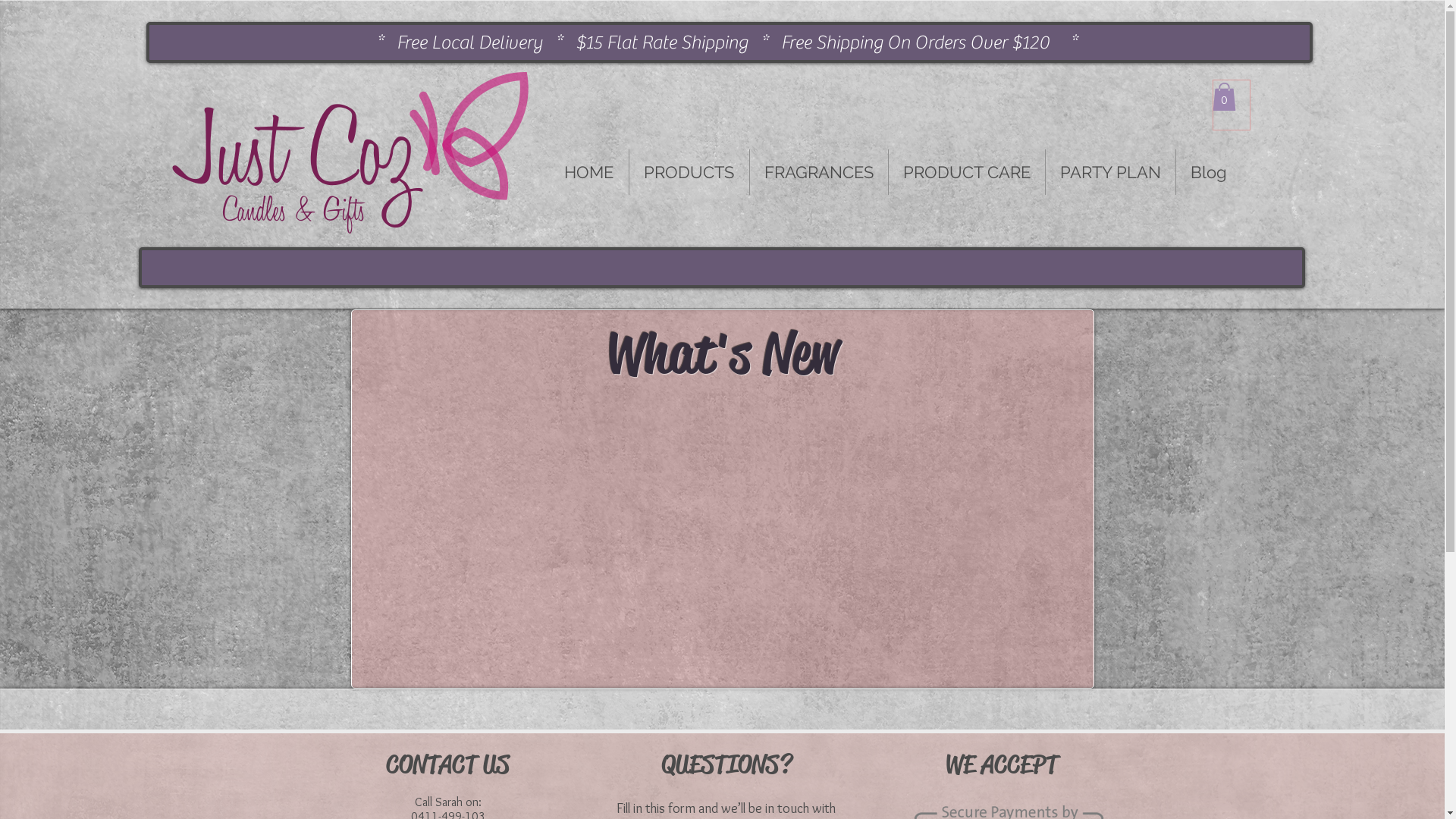 The image size is (1456, 819). What do you see at coordinates (1207, 171) in the screenshot?
I see `'Blog'` at bounding box center [1207, 171].